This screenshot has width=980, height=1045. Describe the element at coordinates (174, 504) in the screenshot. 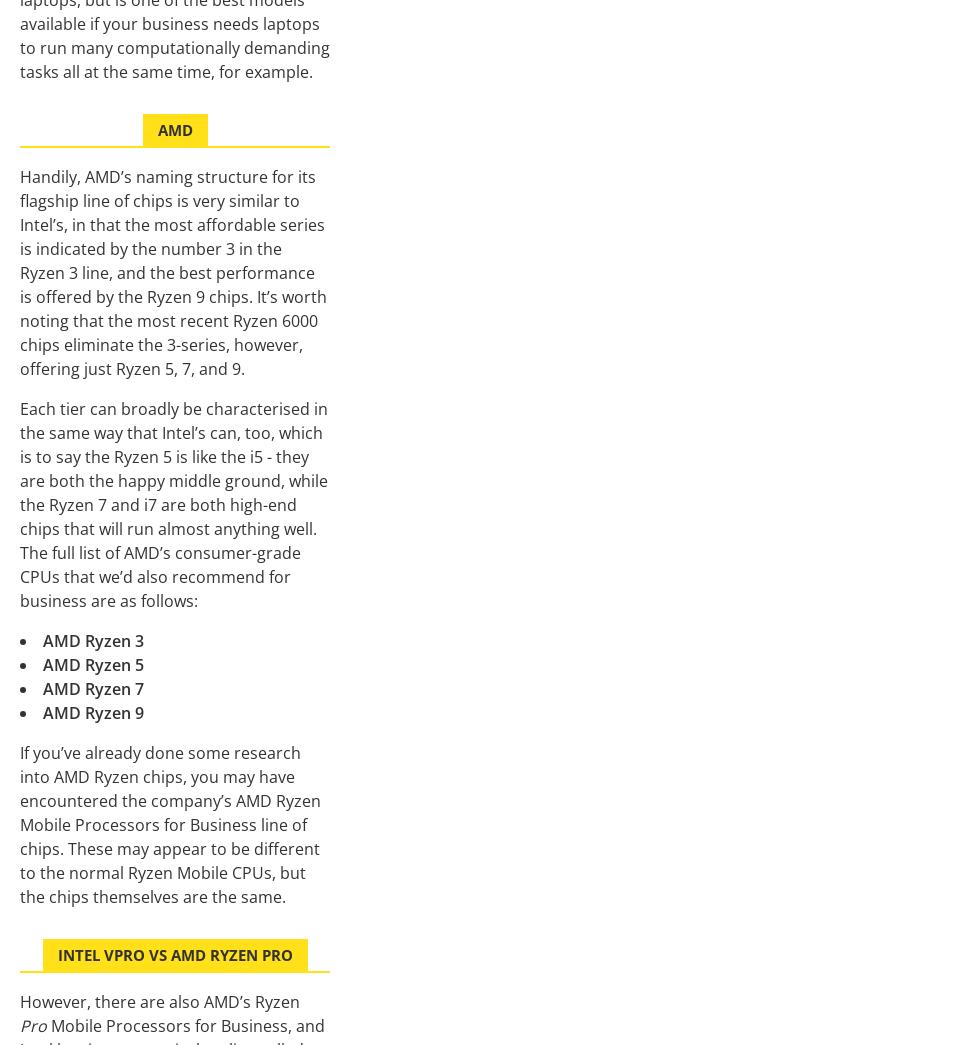

I see `'Each tier can broadly be characterised in the same way that Intel’s can, too, which is to say the Ryzen 5 is like the i5 - they are both the happy middle ground, while the Ryzen 7 and i7 are both high-end chips that will run almost anything well. The full list of AMD’s consumer-grade CPUs that we’d also recommend for business are as follows:'` at that location.